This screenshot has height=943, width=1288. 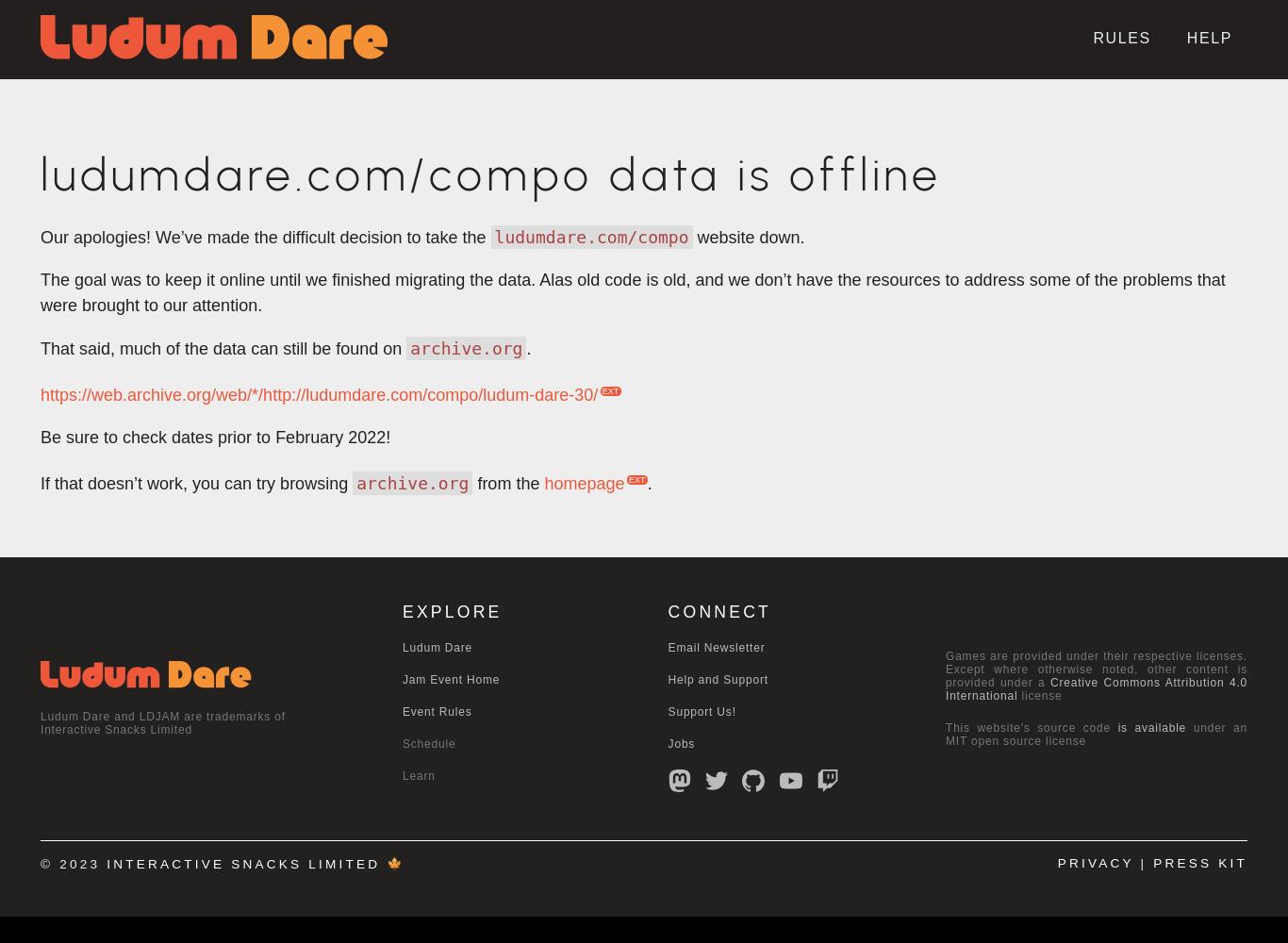 What do you see at coordinates (508, 484) in the screenshot?
I see `'from the'` at bounding box center [508, 484].